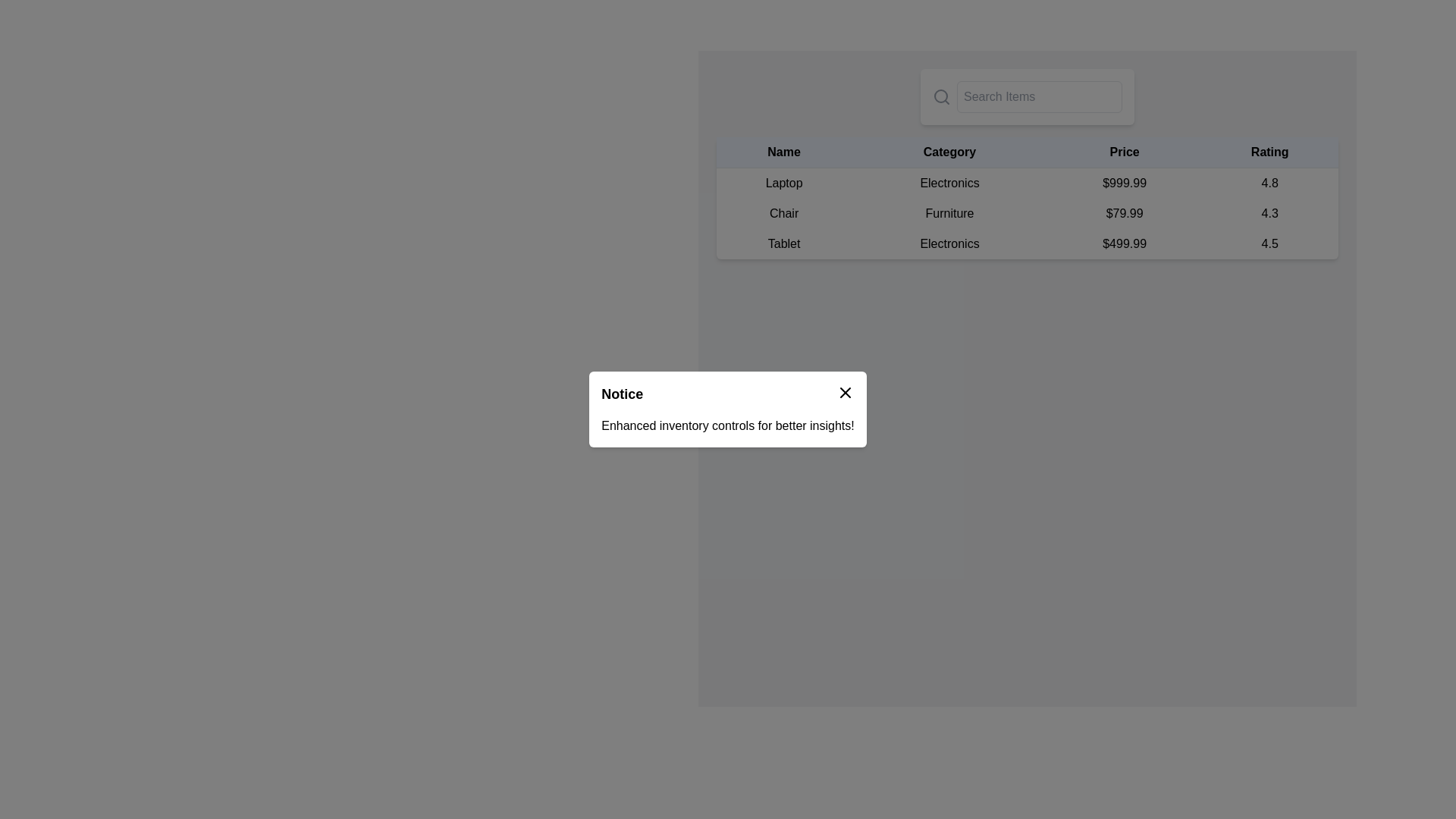  What do you see at coordinates (784, 152) in the screenshot?
I see `column label of the 'Name' header, which is the leftmost header in the table header row` at bounding box center [784, 152].